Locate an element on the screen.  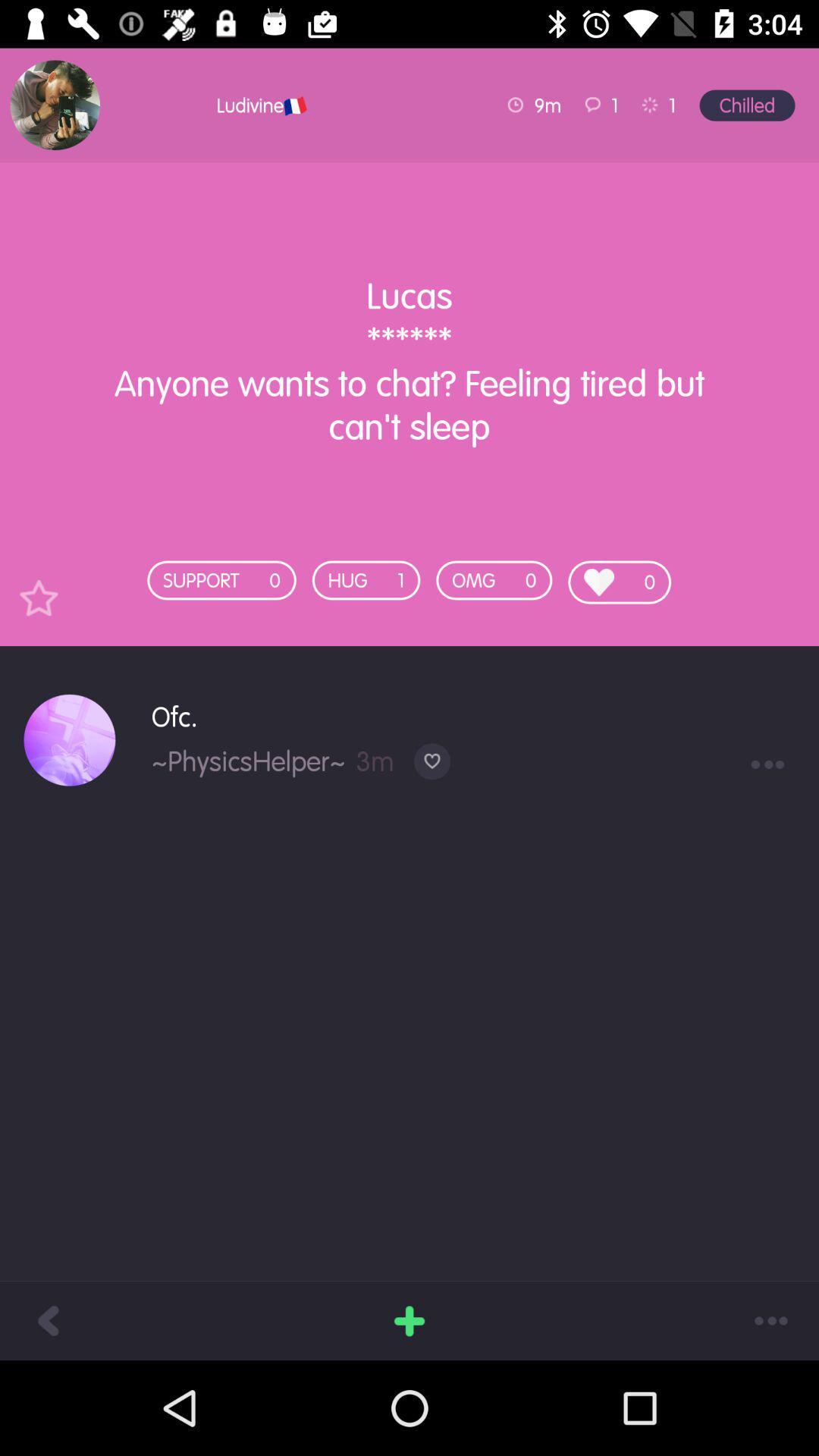
item to the left of ofc. item is located at coordinates (69, 740).